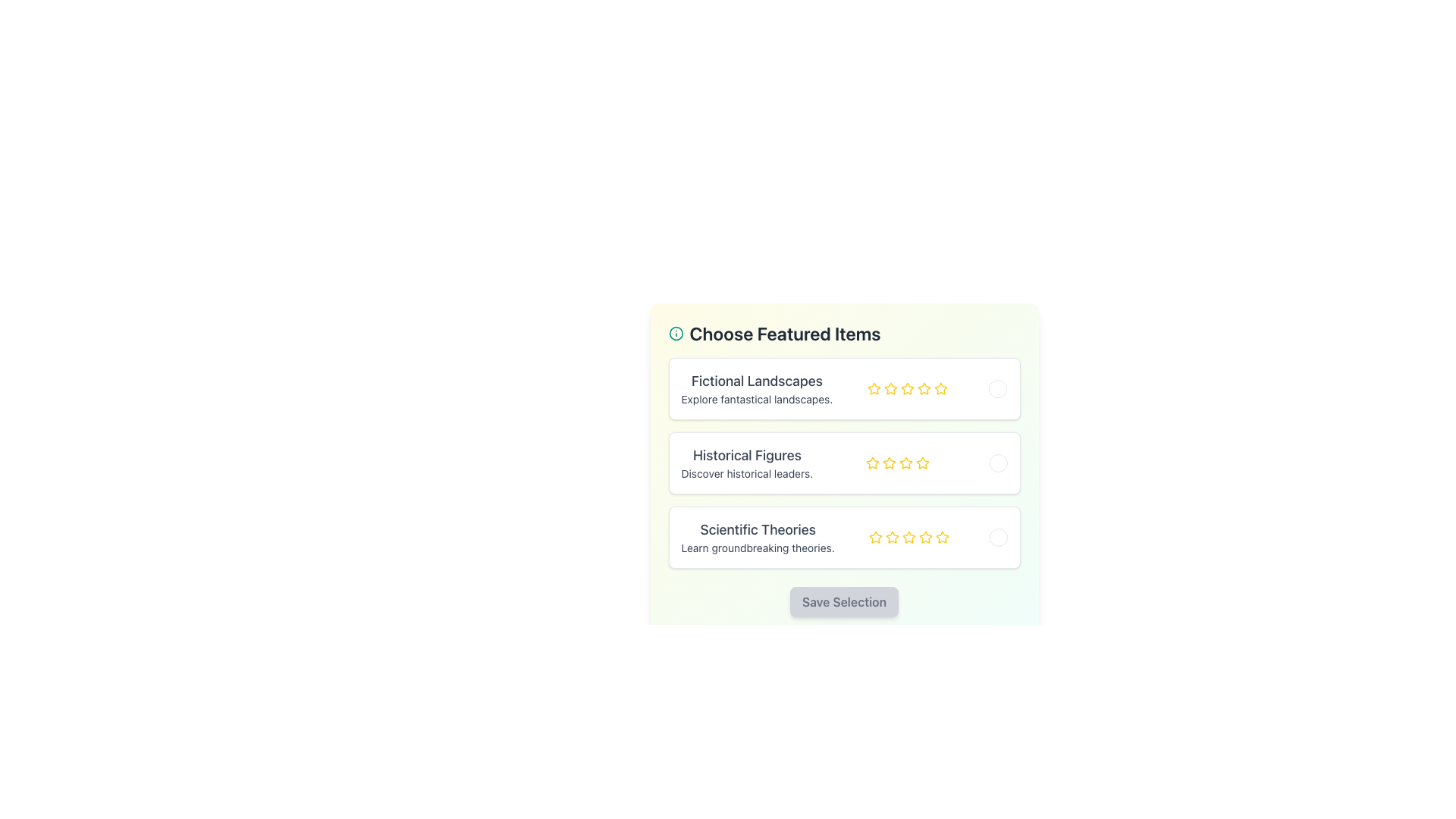 This screenshot has width=1456, height=819. I want to click on the fourth star from the left in the rating section for 'Scientific Theories' at the bottom of the list, so click(908, 537).